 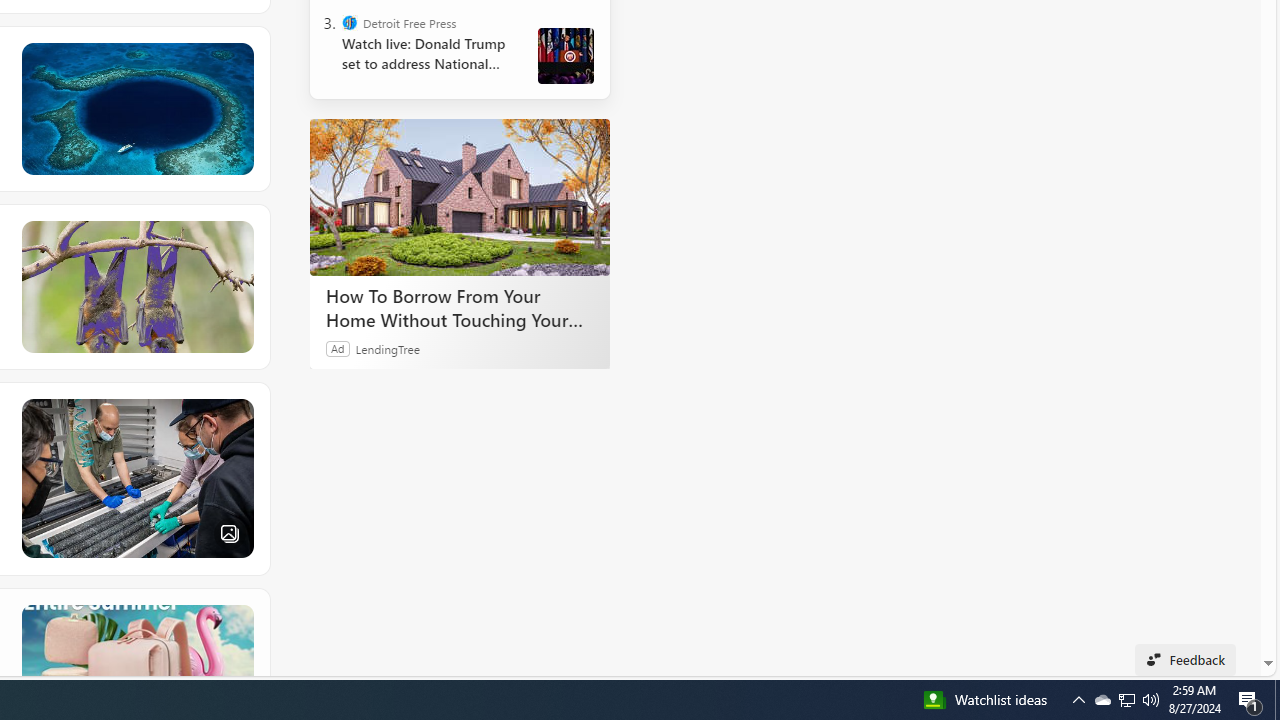 What do you see at coordinates (350, 23) in the screenshot?
I see `'Detroit Free Press'` at bounding box center [350, 23].